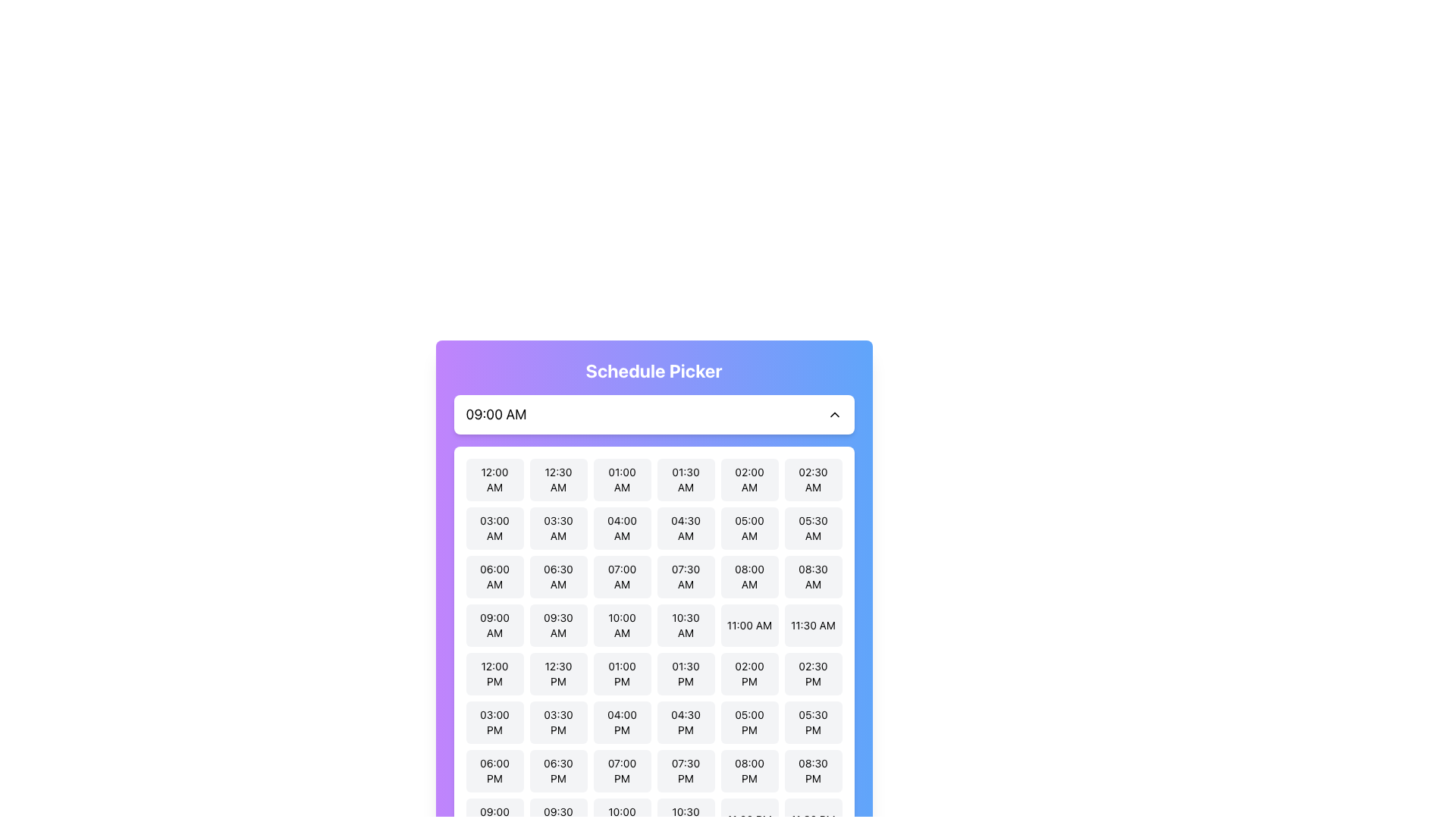 This screenshot has width=1456, height=819. Describe the element at coordinates (557, 479) in the screenshot. I see `the button labeled '12:30 AM' in the Schedule Picker interface` at that location.